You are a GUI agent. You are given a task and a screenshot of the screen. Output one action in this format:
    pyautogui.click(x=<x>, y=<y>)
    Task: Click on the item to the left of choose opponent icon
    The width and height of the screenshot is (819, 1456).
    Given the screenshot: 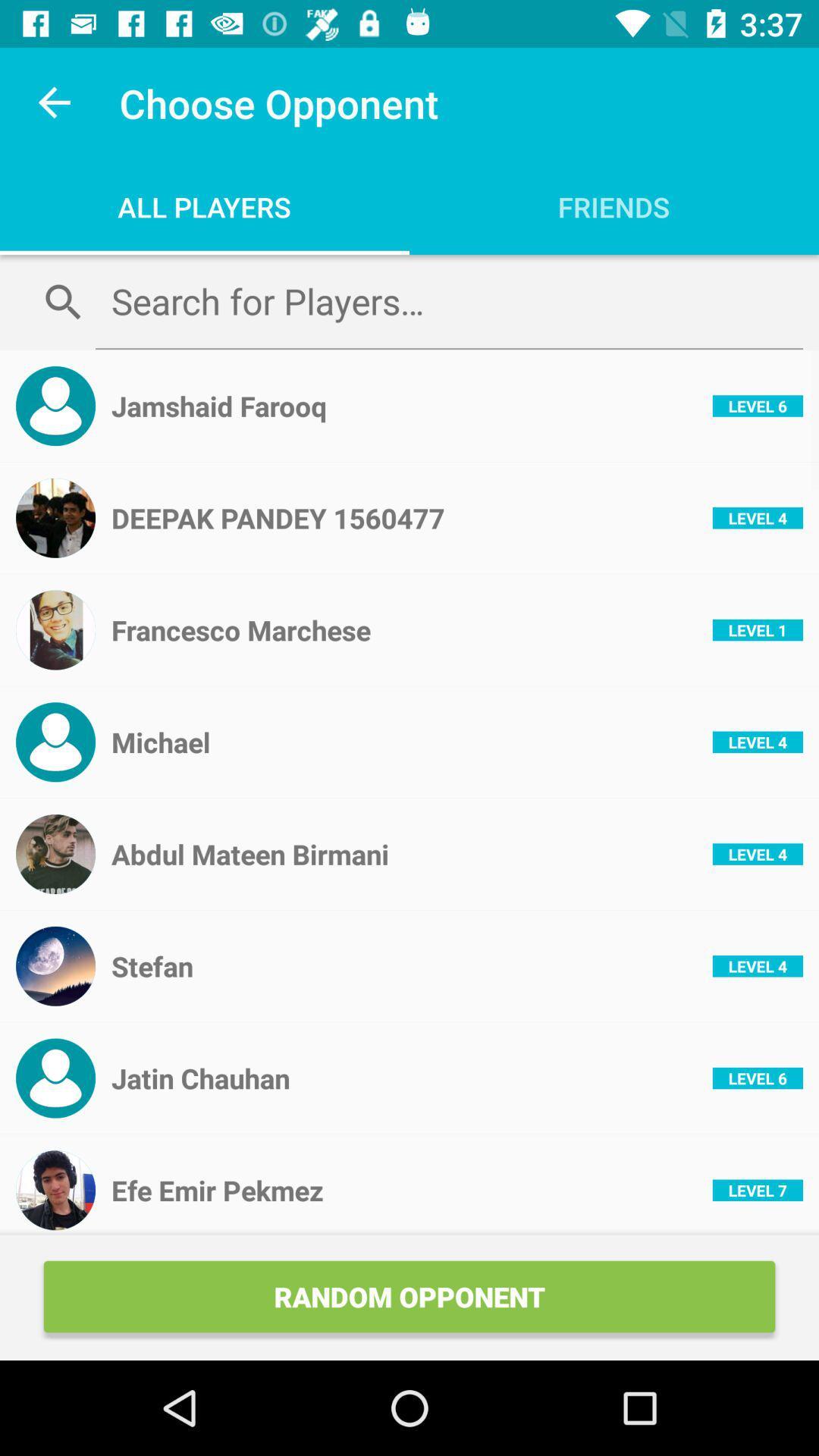 What is the action you would take?
    pyautogui.click(x=55, y=102)
    